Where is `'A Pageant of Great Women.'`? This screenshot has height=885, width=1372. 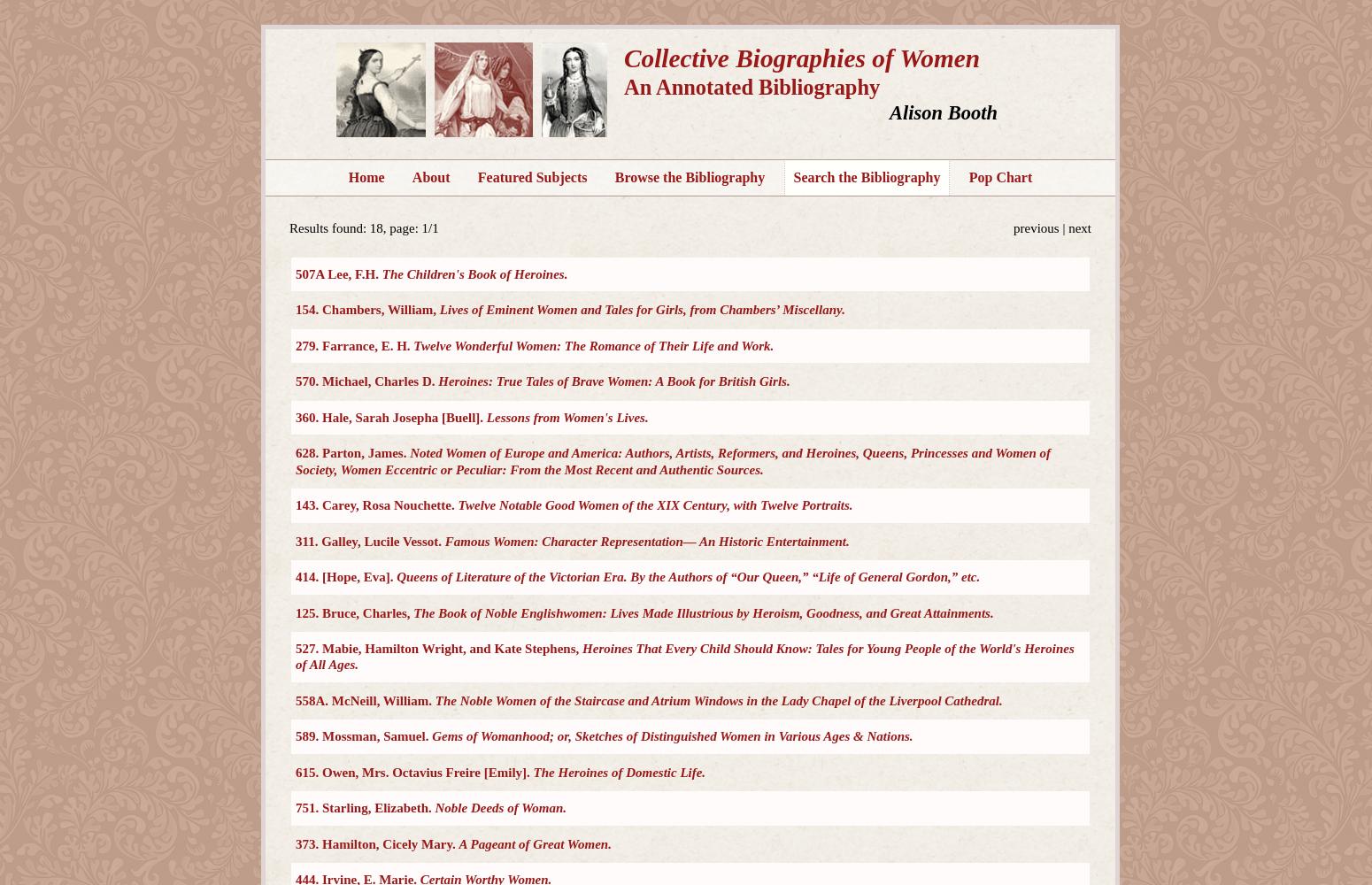 'A Pageant of Great Women.' is located at coordinates (535, 843).